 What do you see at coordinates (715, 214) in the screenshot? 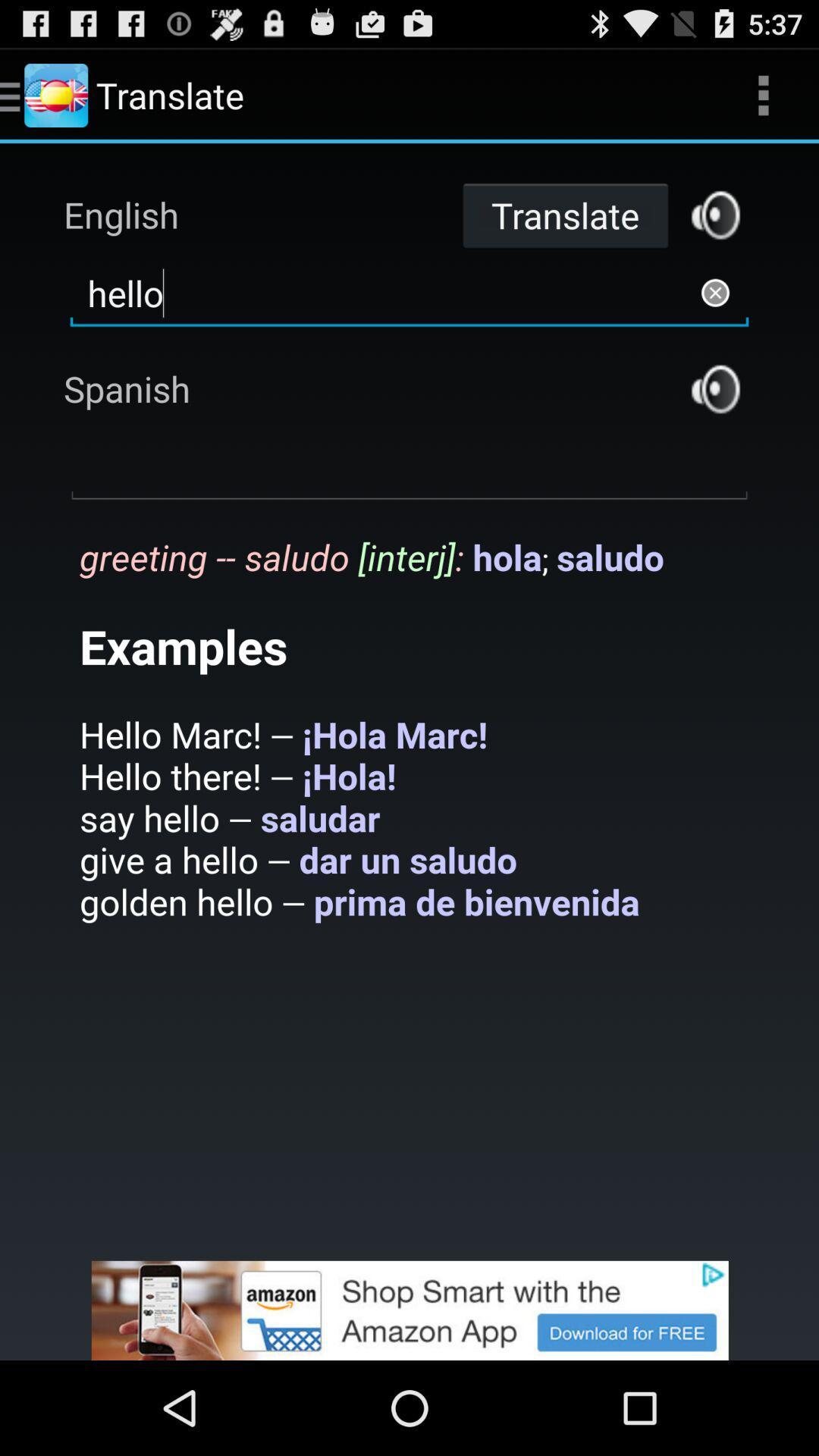
I see `translates this phrase` at bounding box center [715, 214].